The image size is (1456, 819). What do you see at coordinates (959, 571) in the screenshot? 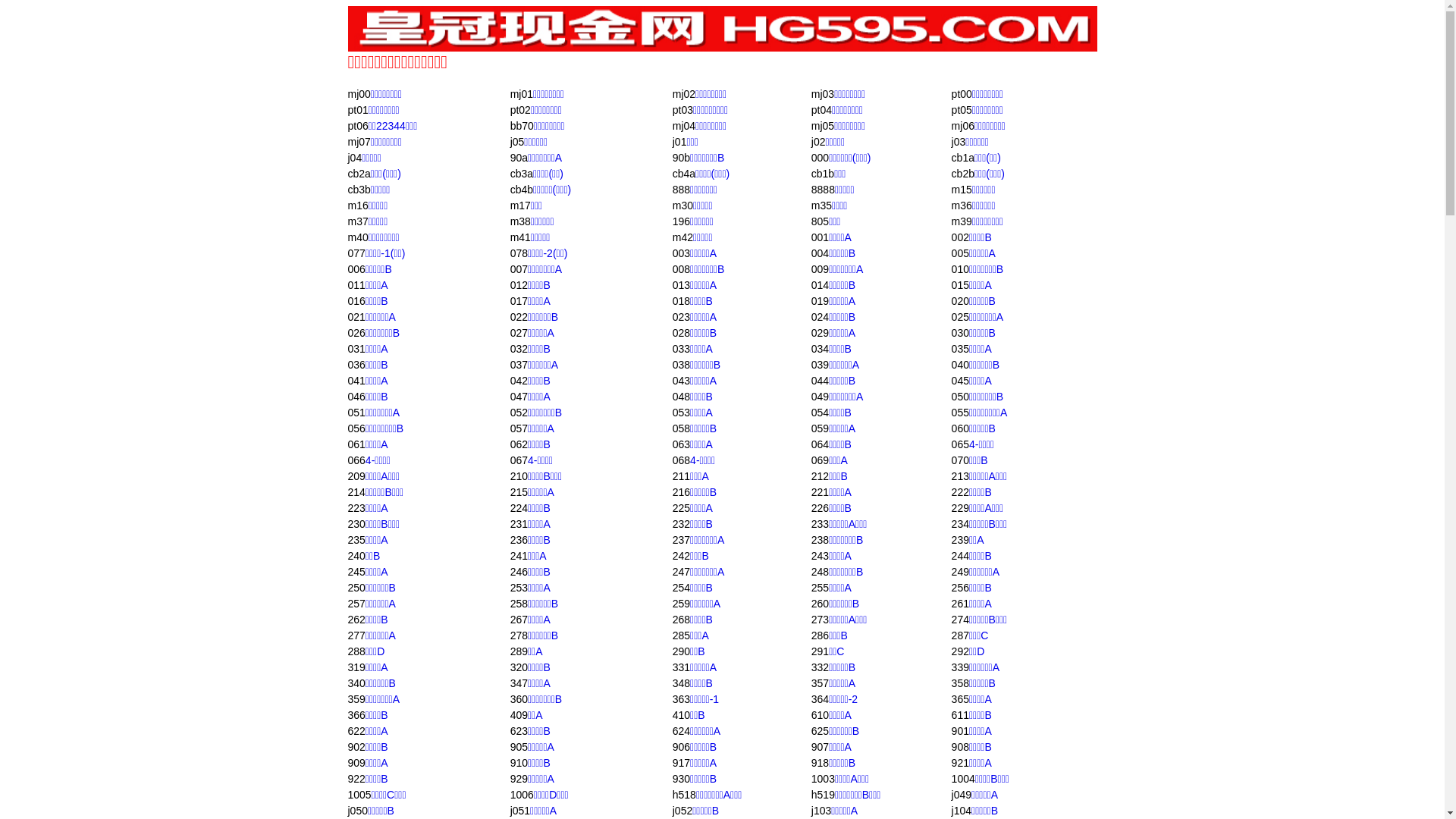
I see `'249'` at bounding box center [959, 571].